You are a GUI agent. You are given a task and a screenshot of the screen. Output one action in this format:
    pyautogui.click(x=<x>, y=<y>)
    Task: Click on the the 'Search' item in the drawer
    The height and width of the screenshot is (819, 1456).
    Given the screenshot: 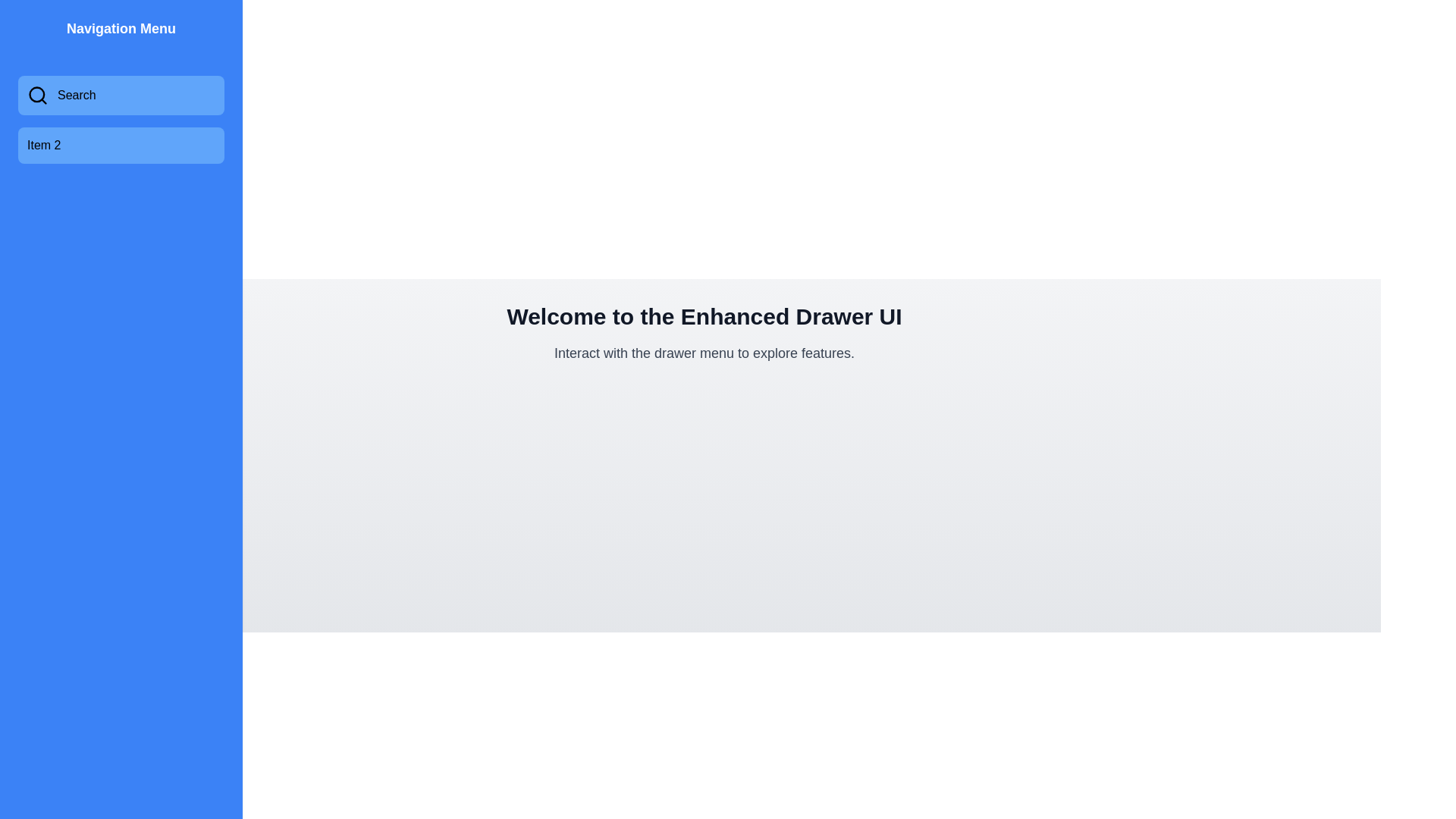 What is the action you would take?
    pyautogui.click(x=120, y=96)
    